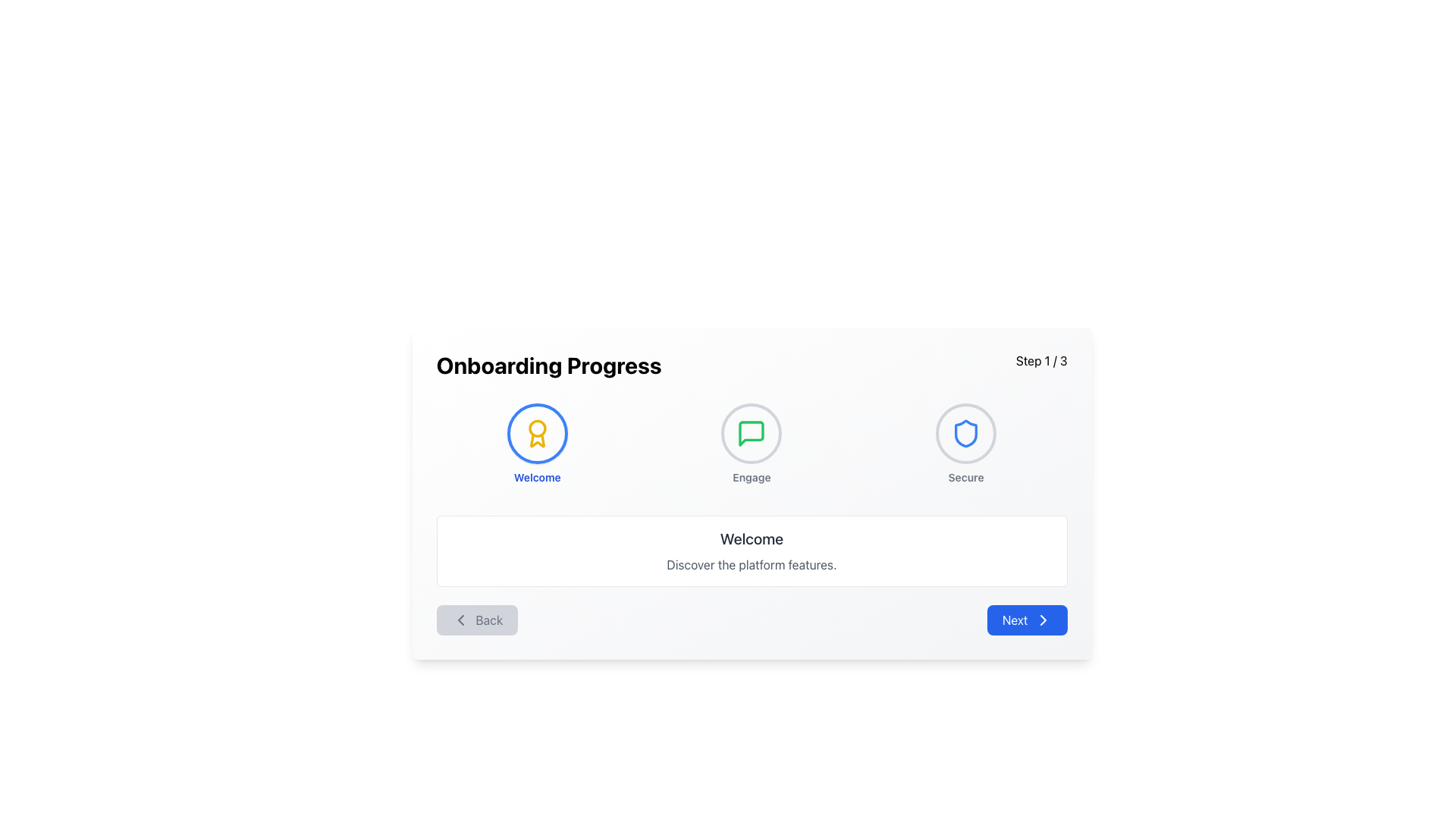  What do you see at coordinates (965, 433) in the screenshot?
I see `the 'Secure' step icon within the onboarding process, which is the third icon in a horizontal alignment of steps labeled 'Welcome', 'Engage', and 'Secure'` at bounding box center [965, 433].